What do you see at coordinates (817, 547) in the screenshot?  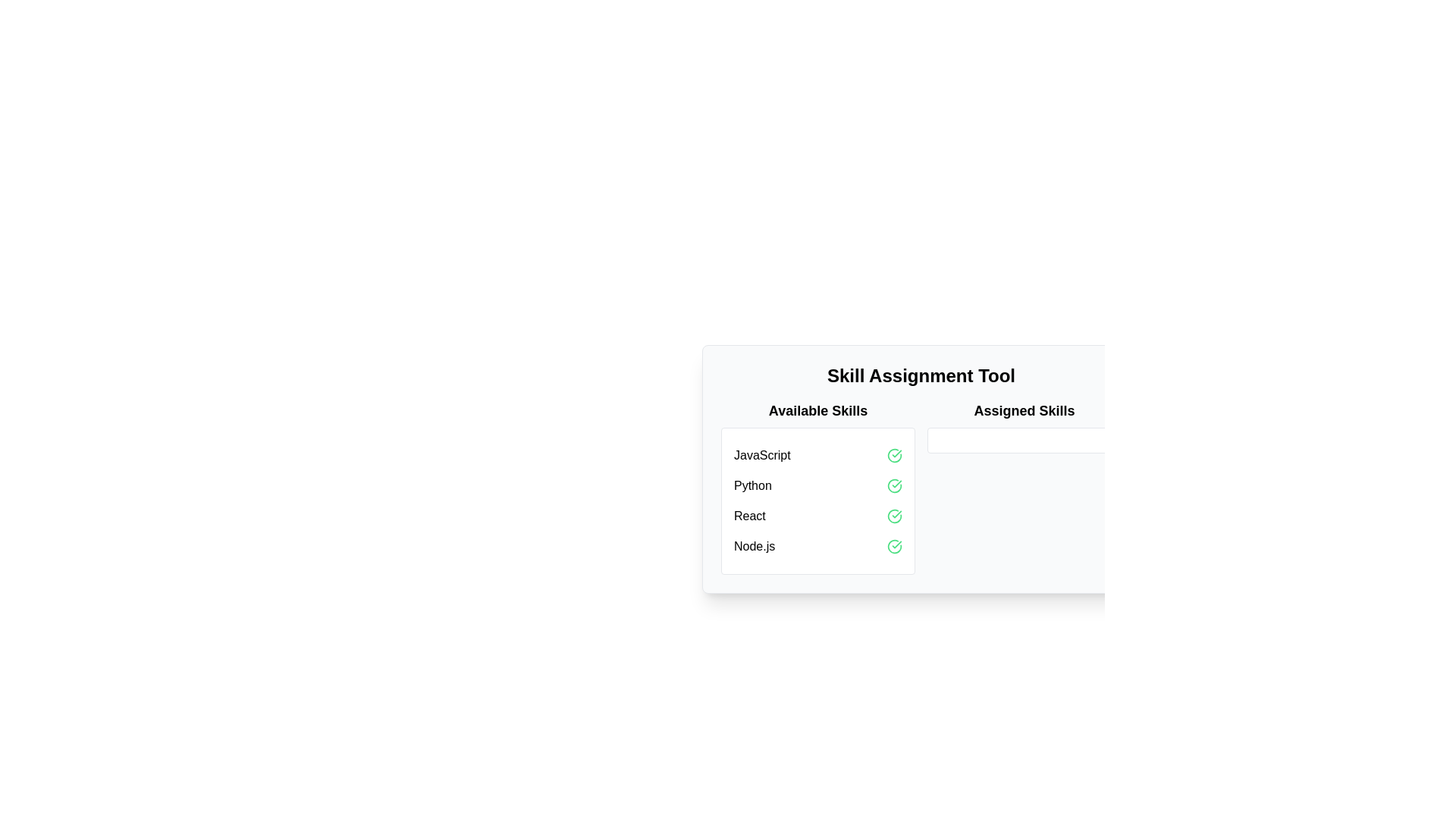 I see `the fourth selectable skill item in the 'Available Skills' list, which follows 'JavaScript', 'Python', and 'React'` at bounding box center [817, 547].